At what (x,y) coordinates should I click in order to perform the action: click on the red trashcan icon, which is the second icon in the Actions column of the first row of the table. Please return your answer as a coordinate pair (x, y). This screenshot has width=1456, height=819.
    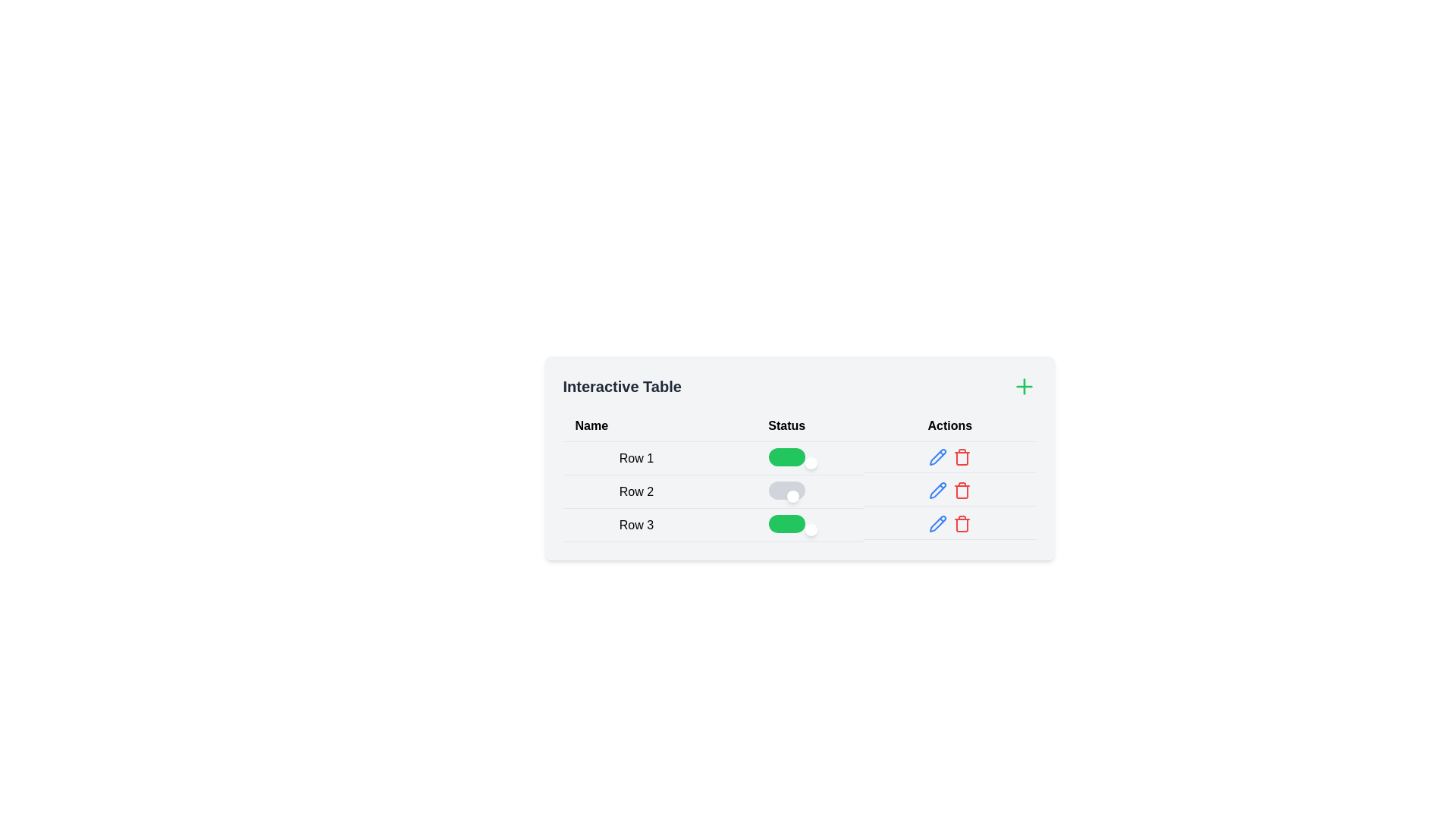
    Looking at the image, I should click on (960, 456).